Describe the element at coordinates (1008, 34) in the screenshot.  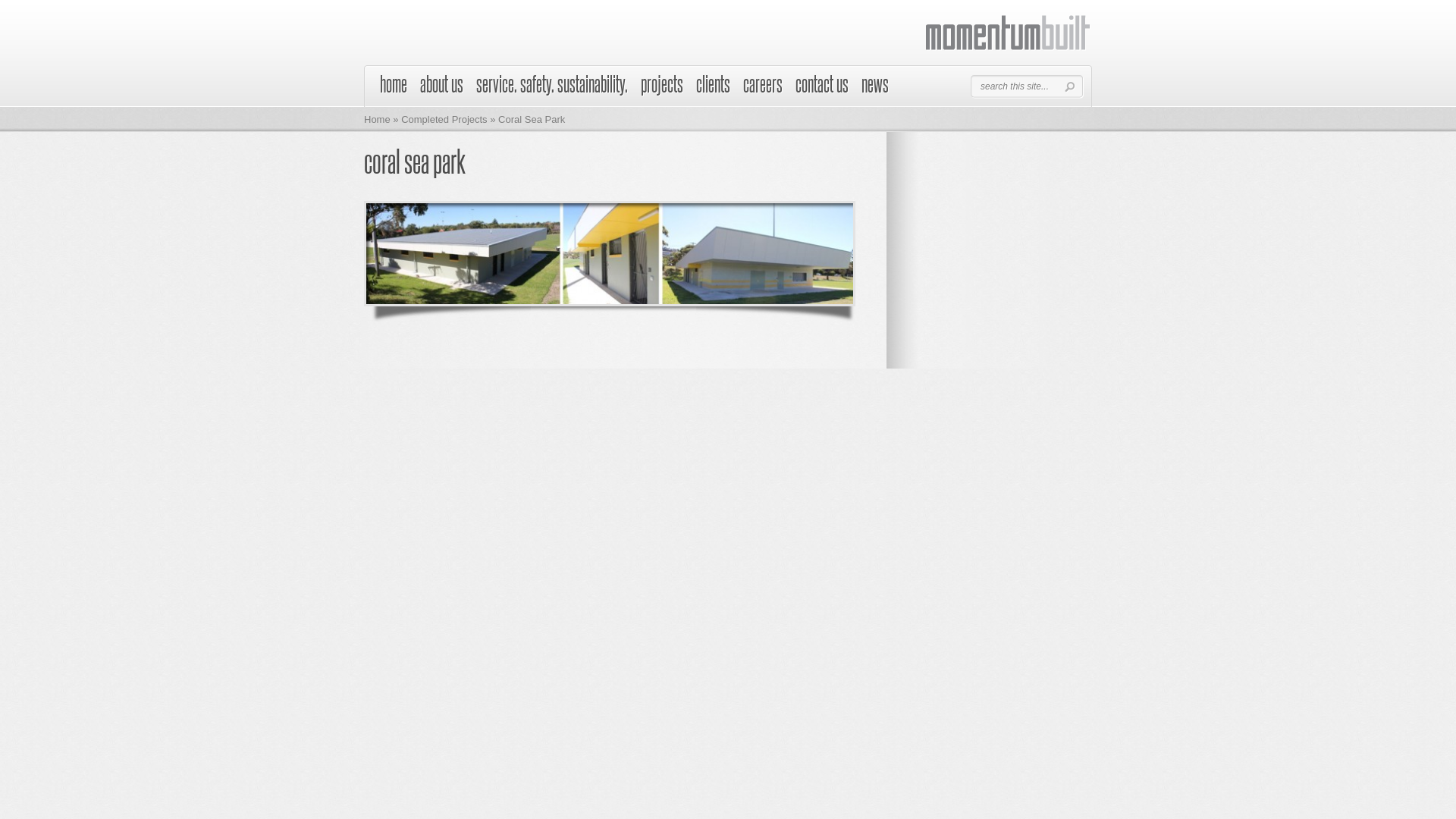
I see `'Momentum Built'` at that location.